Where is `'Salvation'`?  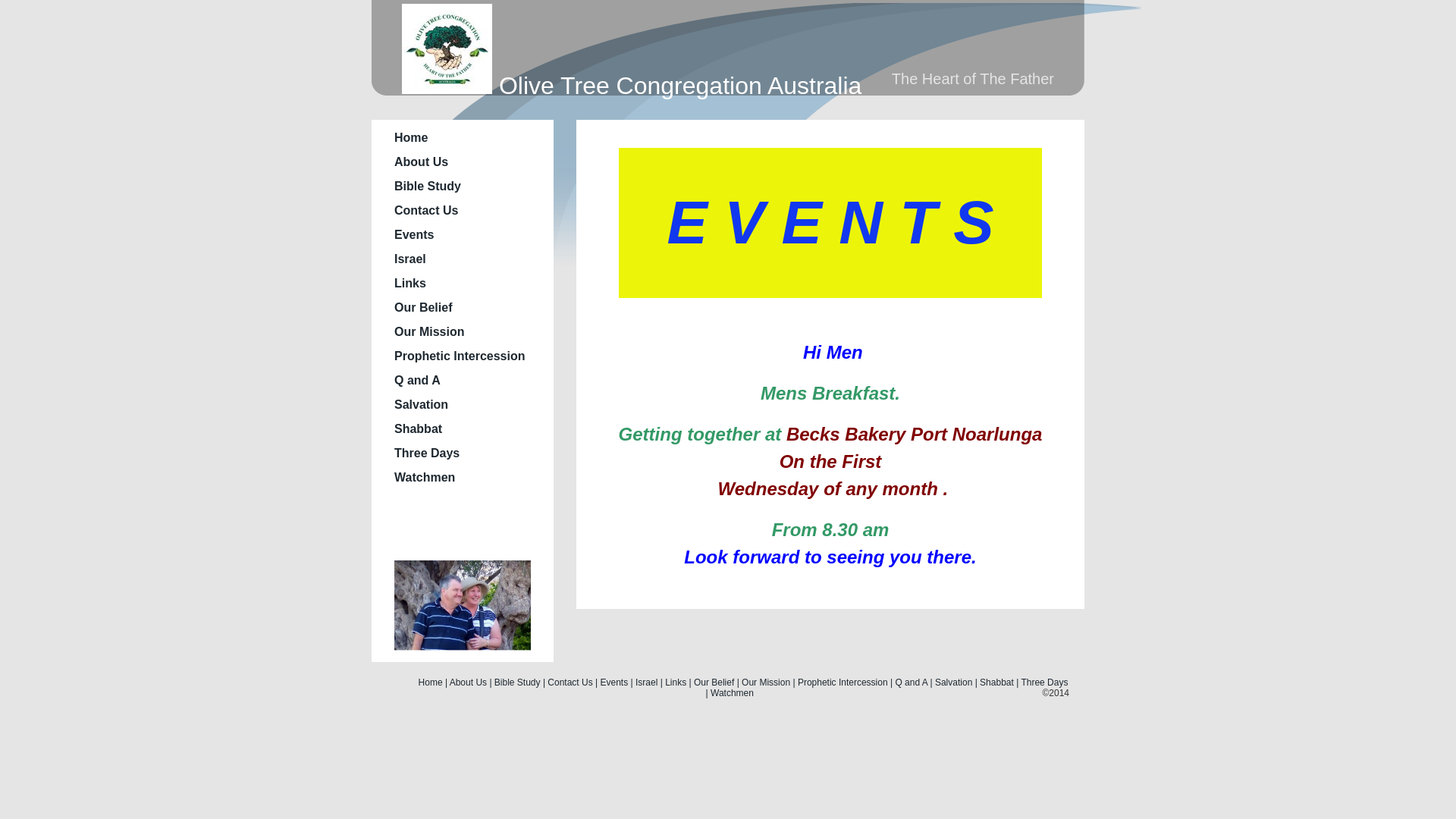
'Salvation' is located at coordinates (952, 681).